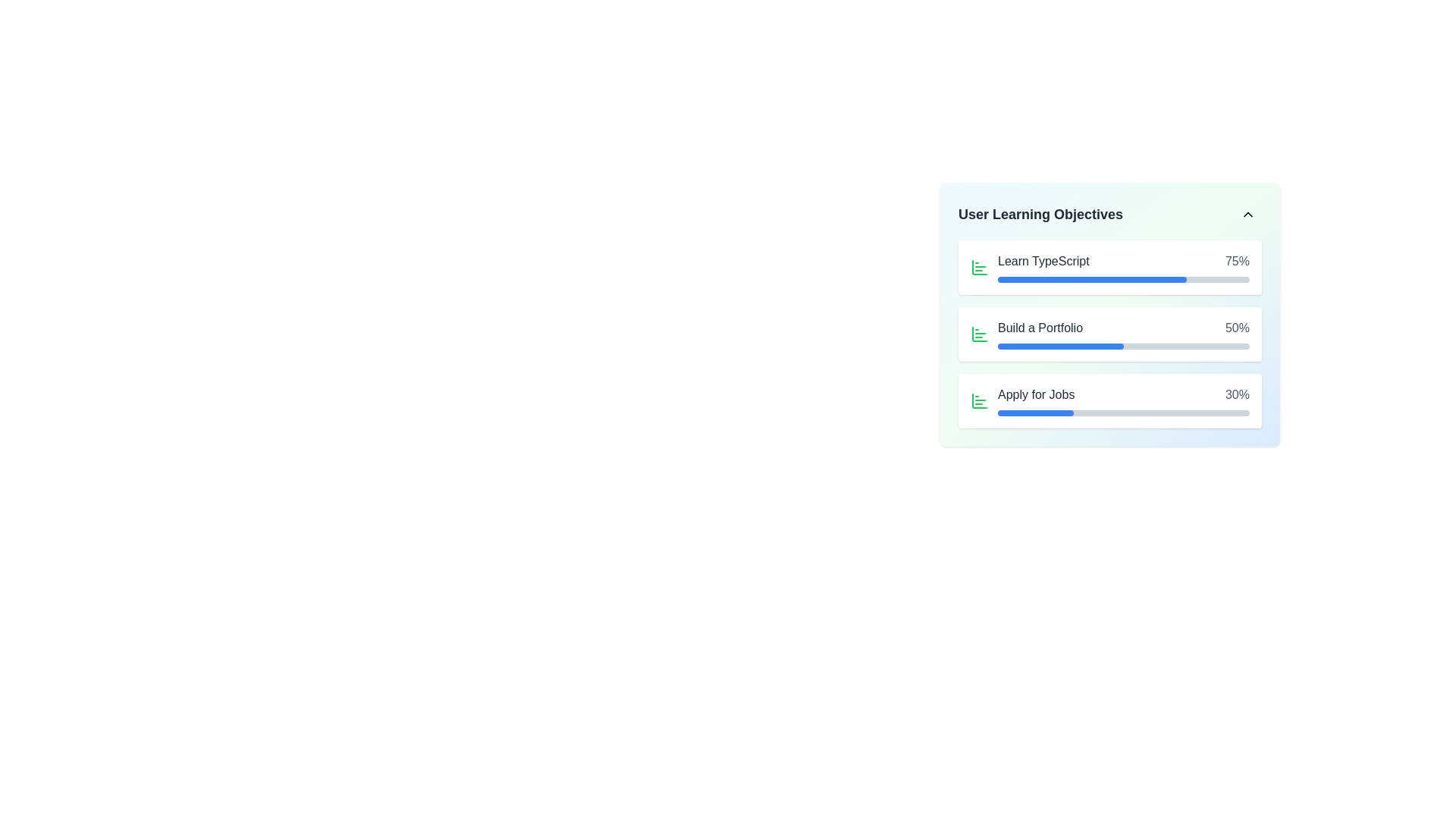  I want to click on the filled portion of the progress indicator within the 'Apply for Jobs' section of the User Learning Objectives card, which visually represents 30% completion, so click(1034, 413).